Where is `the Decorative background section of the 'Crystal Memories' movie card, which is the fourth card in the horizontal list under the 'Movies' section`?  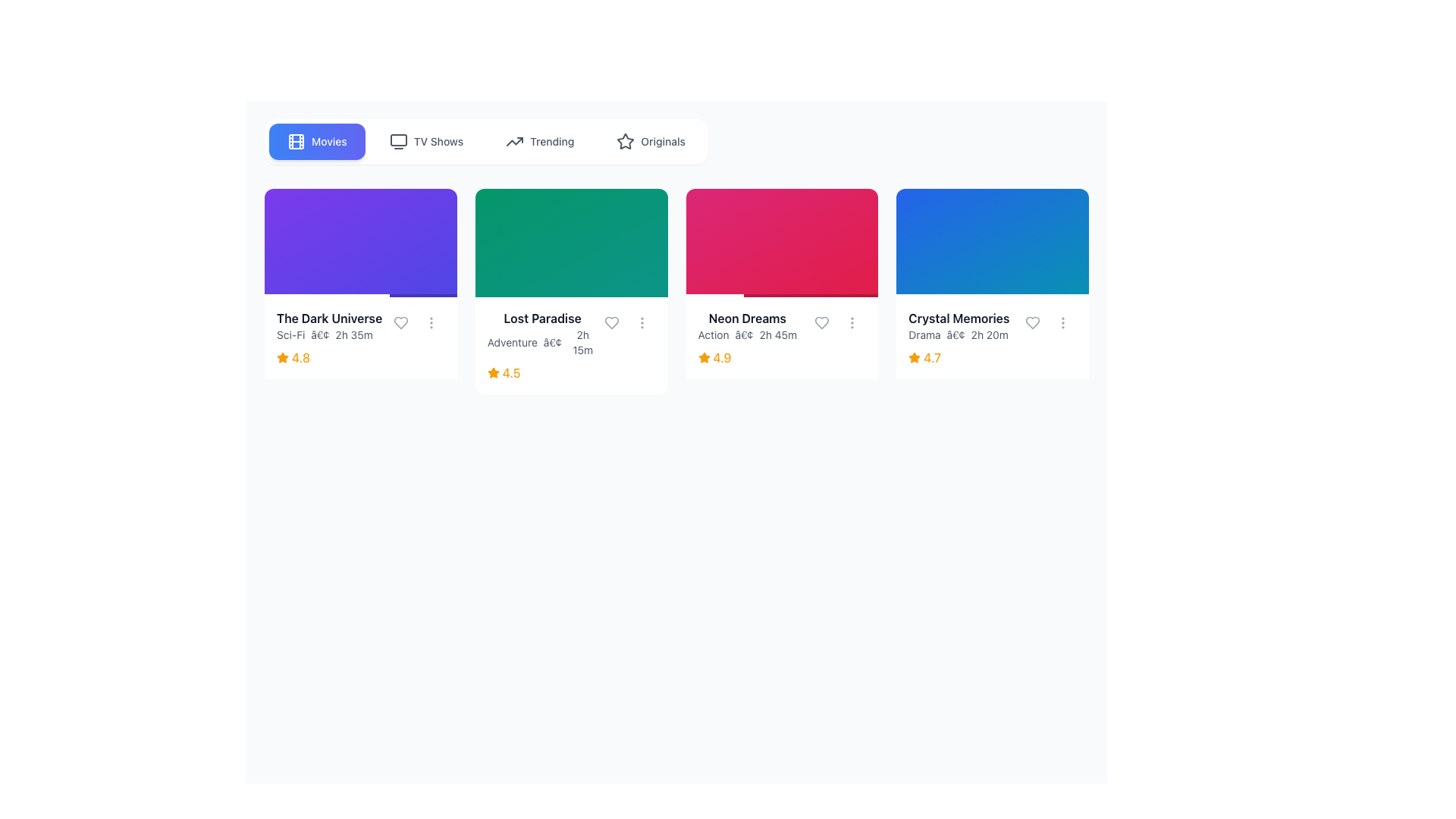 the Decorative background section of the 'Crystal Memories' movie card, which is the fourth card in the horizontal list under the 'Movies' section is located at coordinates (993, 242).